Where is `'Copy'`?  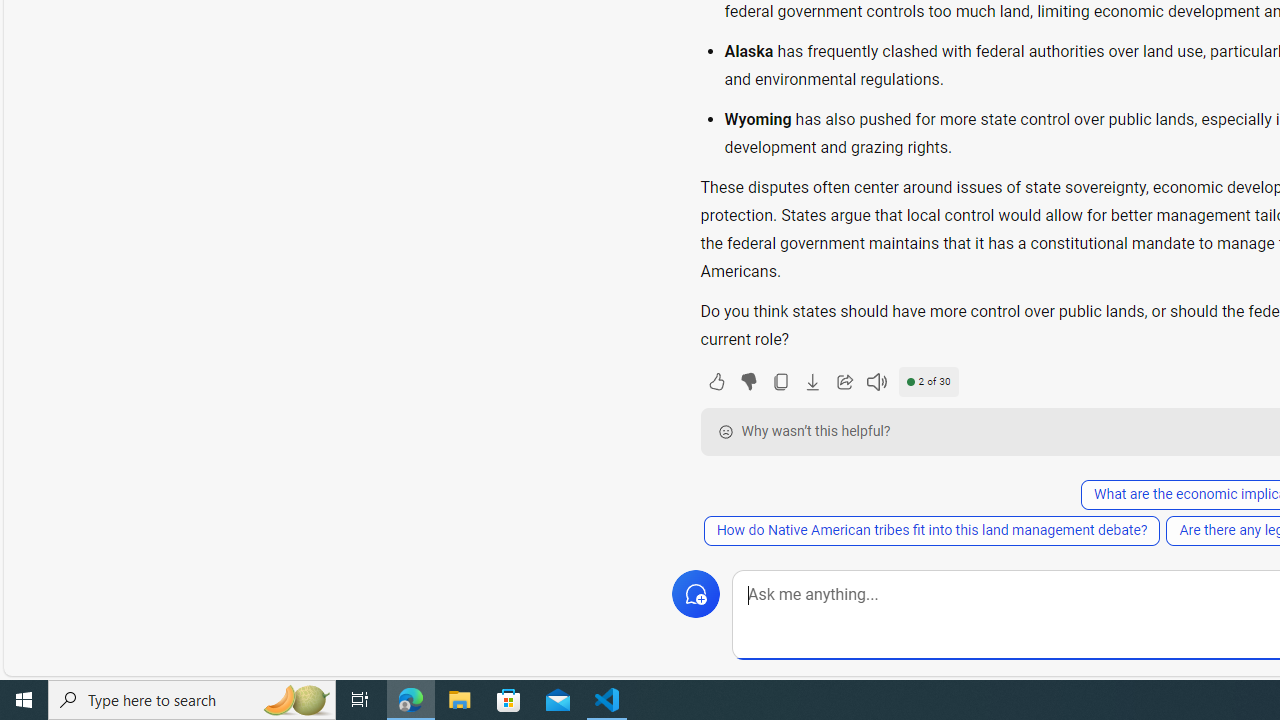
'Copy' is located at coordinates (779, 381).